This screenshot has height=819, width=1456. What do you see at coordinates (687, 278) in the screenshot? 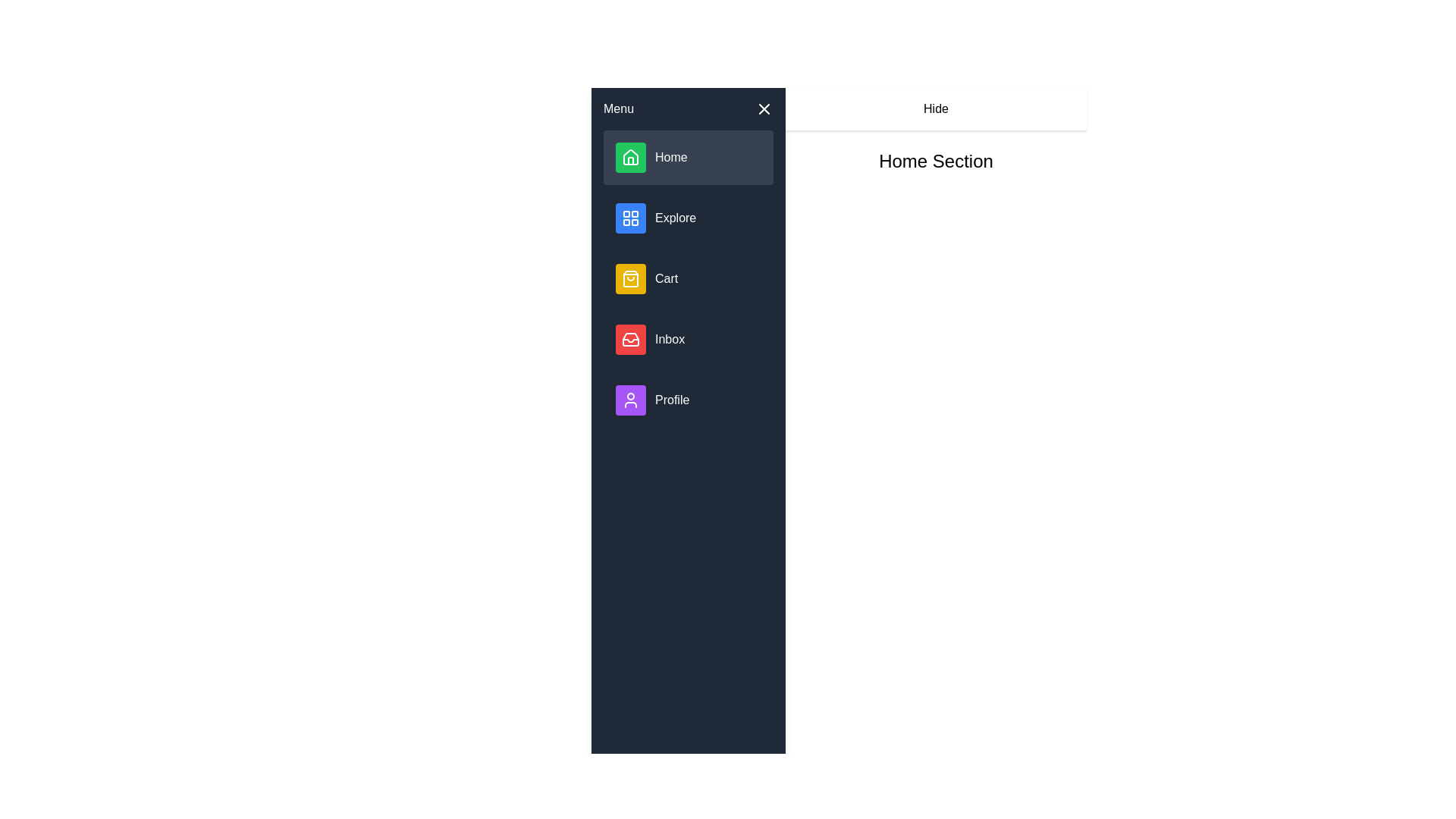
I see `the 'Cart' menu item, which is the third item in the vertical menu located on the left side of the UI, positioned between the 'Explore' and 'Inbox' items` at bounding box center [687, 278].